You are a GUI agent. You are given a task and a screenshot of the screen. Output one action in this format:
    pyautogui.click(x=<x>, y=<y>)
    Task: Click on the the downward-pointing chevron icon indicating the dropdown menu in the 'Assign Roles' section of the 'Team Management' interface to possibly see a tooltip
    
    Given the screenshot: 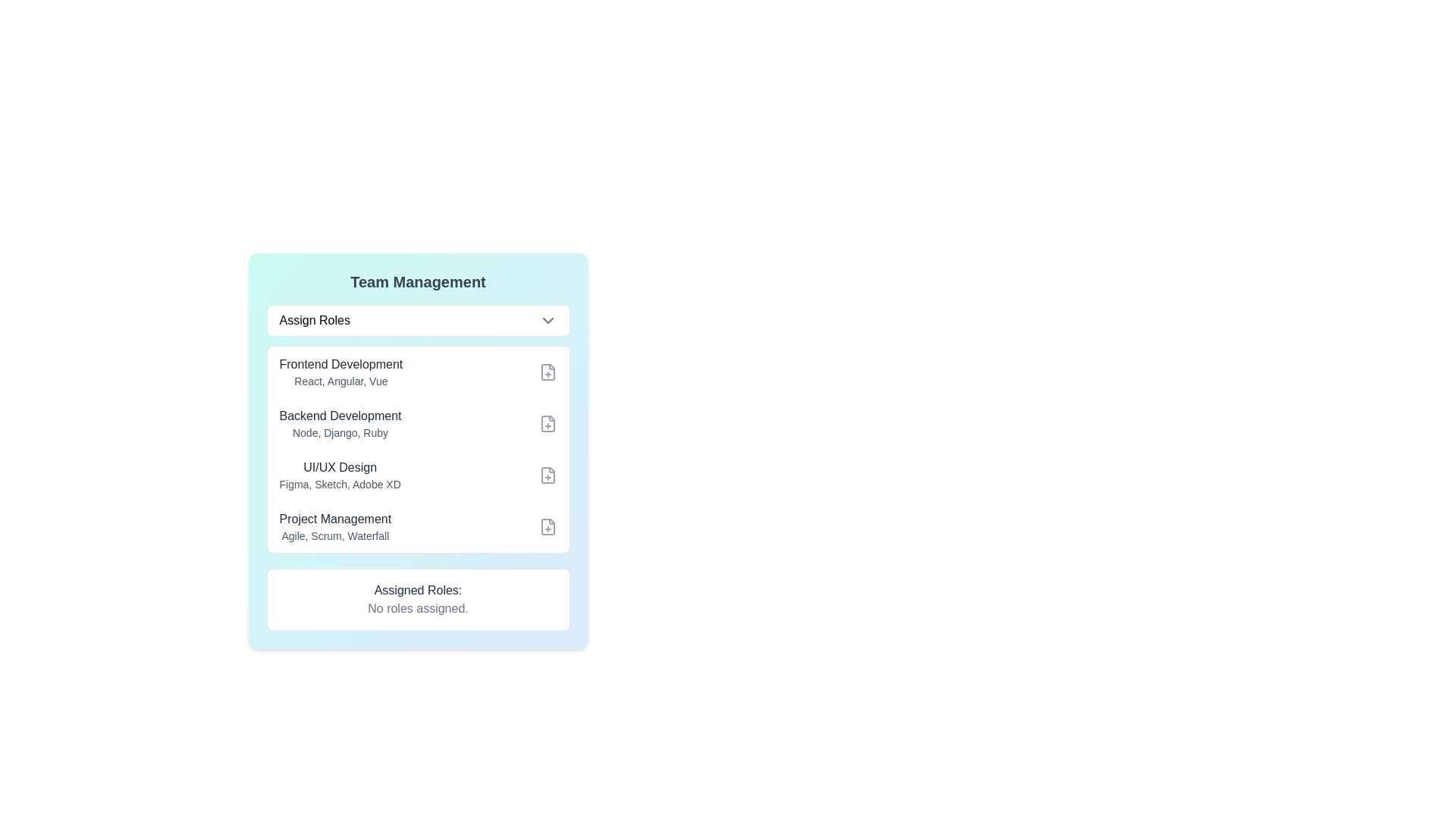 What is the action you would take?
    pyautogui.click(x=547, y=320)
    